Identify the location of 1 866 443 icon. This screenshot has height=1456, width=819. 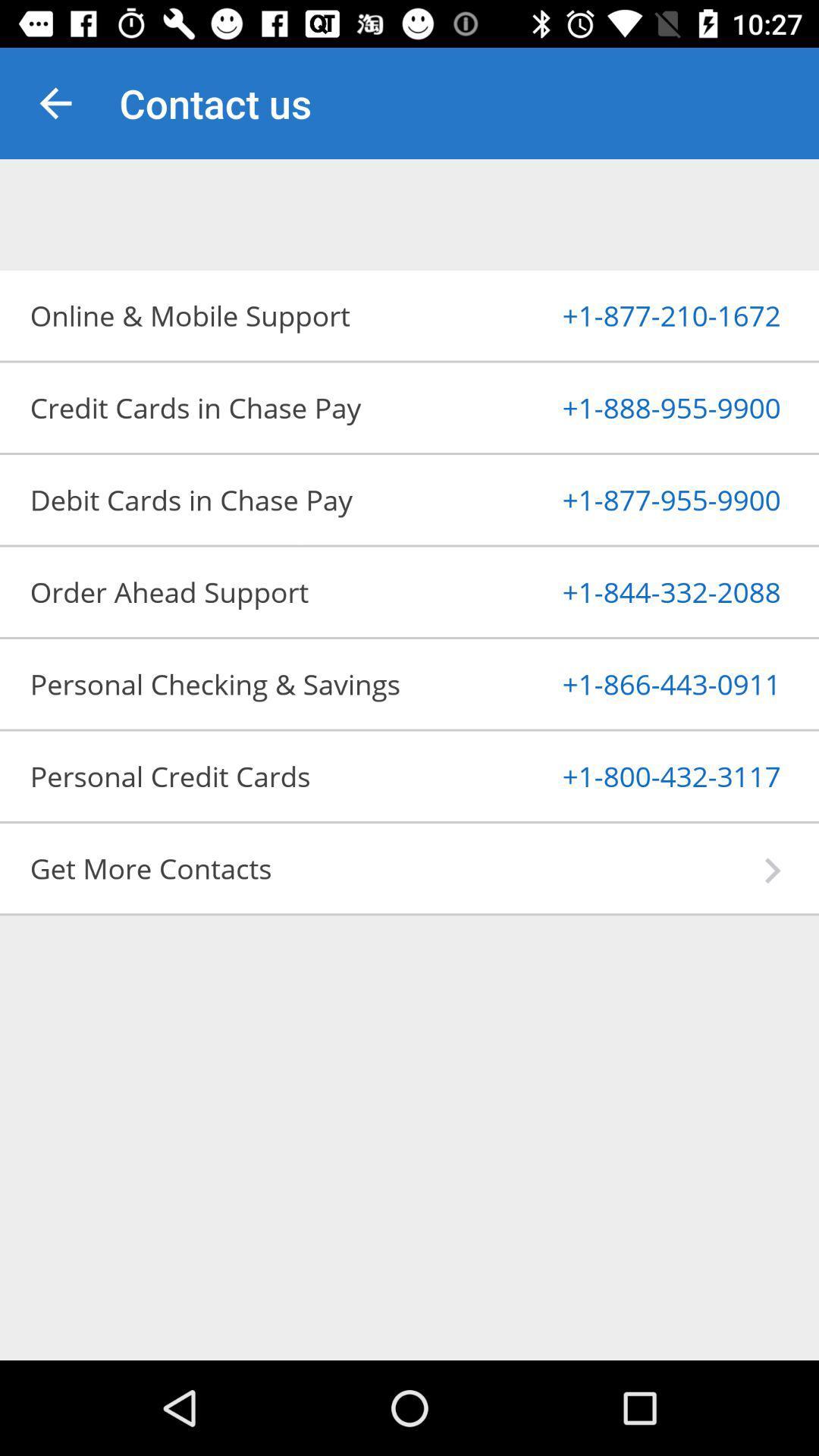
(635, 683).